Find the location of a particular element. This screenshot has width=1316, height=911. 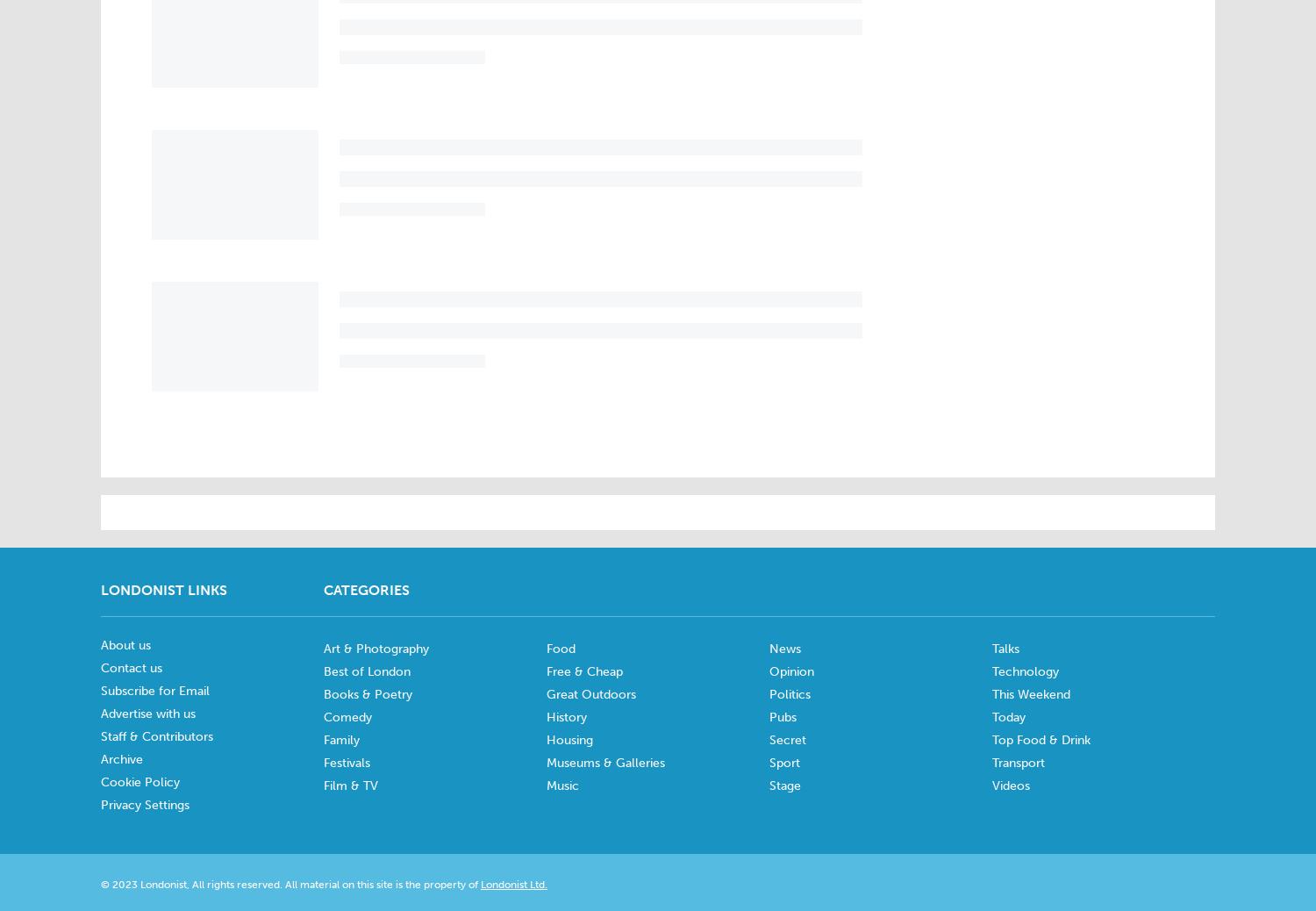

'Subscribe for Email' is located at coordinates (155, 691).